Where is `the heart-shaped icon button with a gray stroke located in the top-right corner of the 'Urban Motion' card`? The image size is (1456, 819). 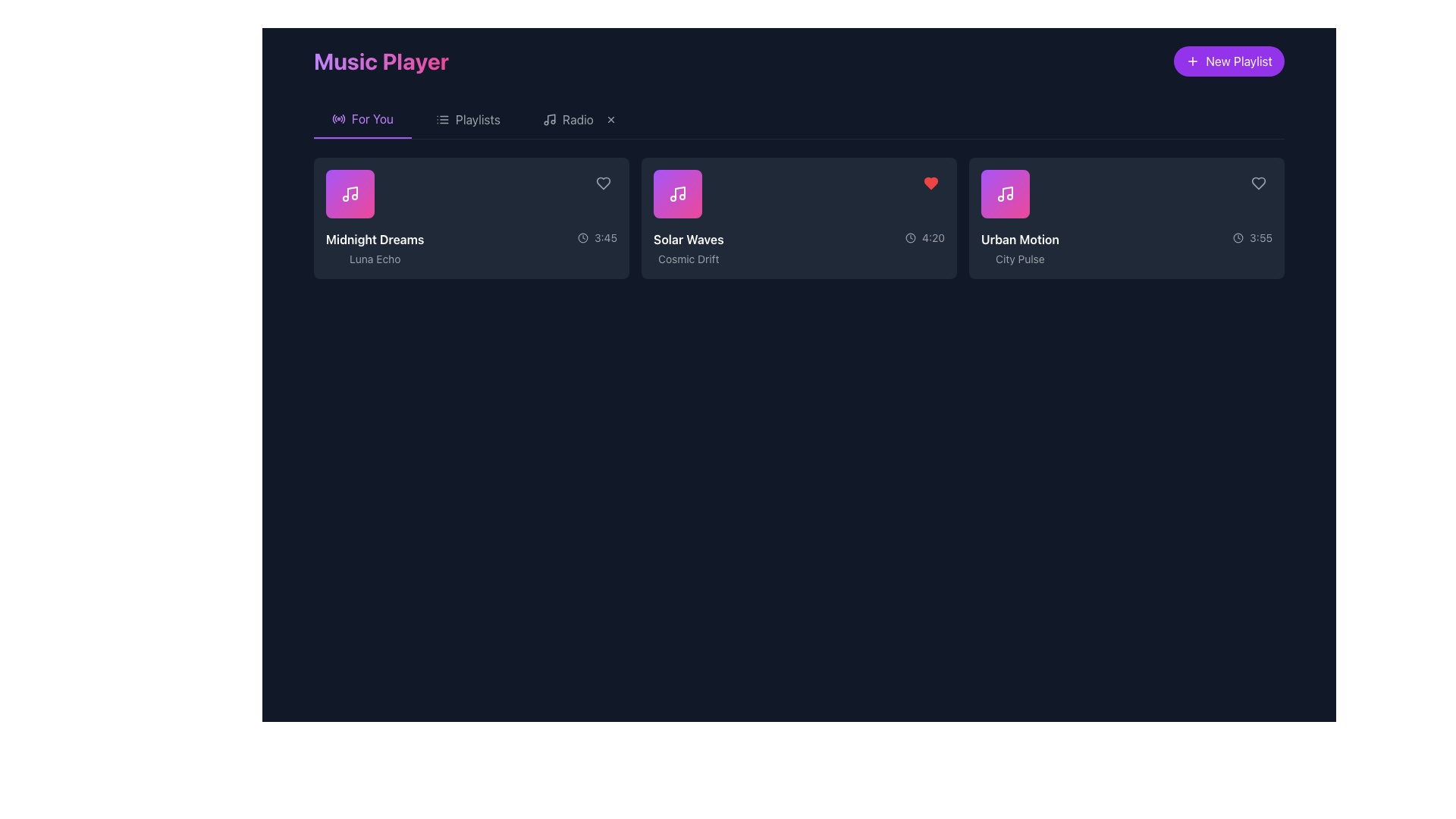
the heart-shaped icon button with a gray stroke located in the top-right corner of the 'Urban Motion' card is located at coordinates (1259, 183).